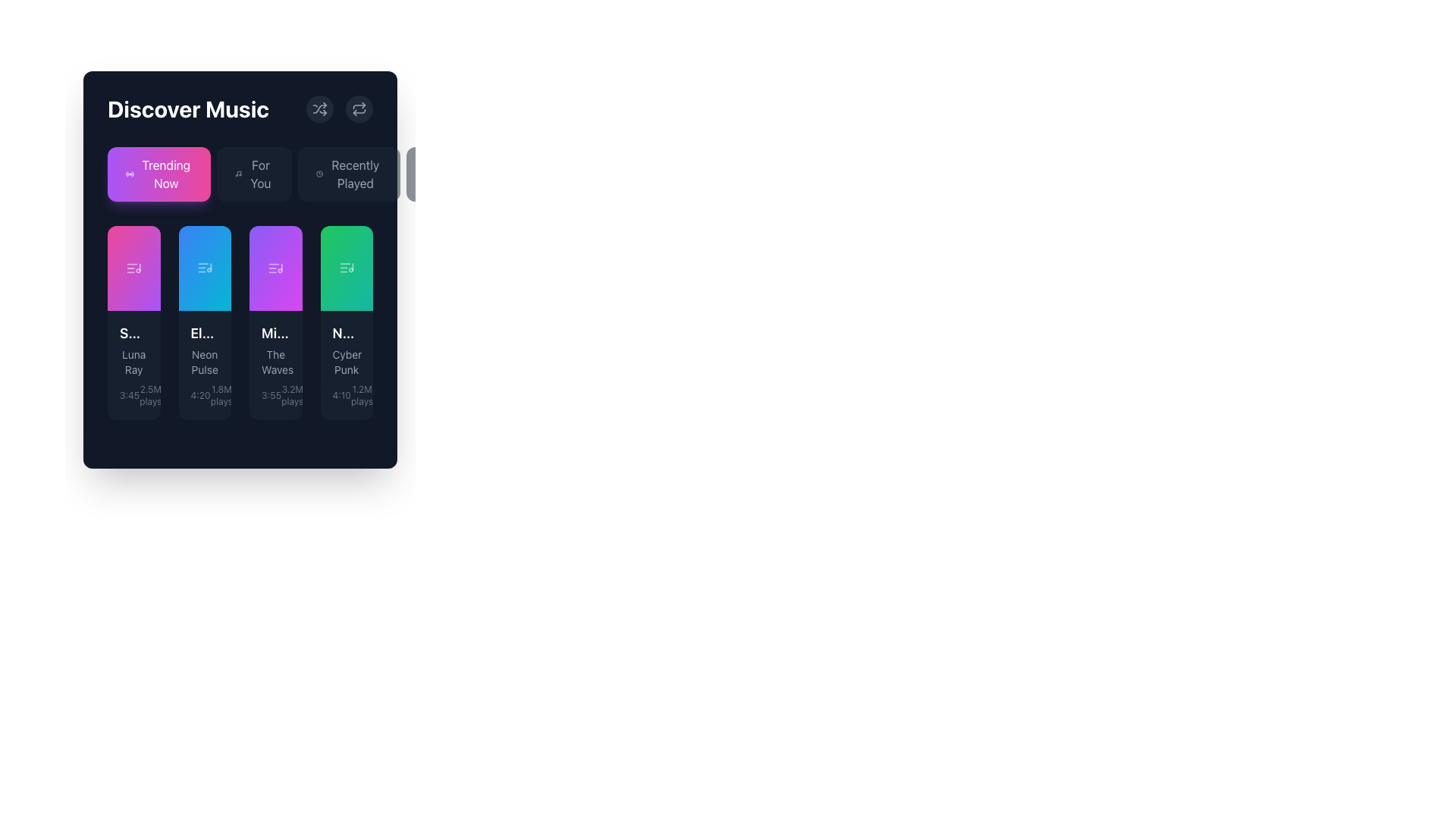  What do you see at coordinates (348, 174) in the screenshot?
I see `the 'Recently Played' button, which is a rectangular button with a clock icon on its left, located between the 'For You' button and the 'Podcasts' button` at bounding box center [348, 174].